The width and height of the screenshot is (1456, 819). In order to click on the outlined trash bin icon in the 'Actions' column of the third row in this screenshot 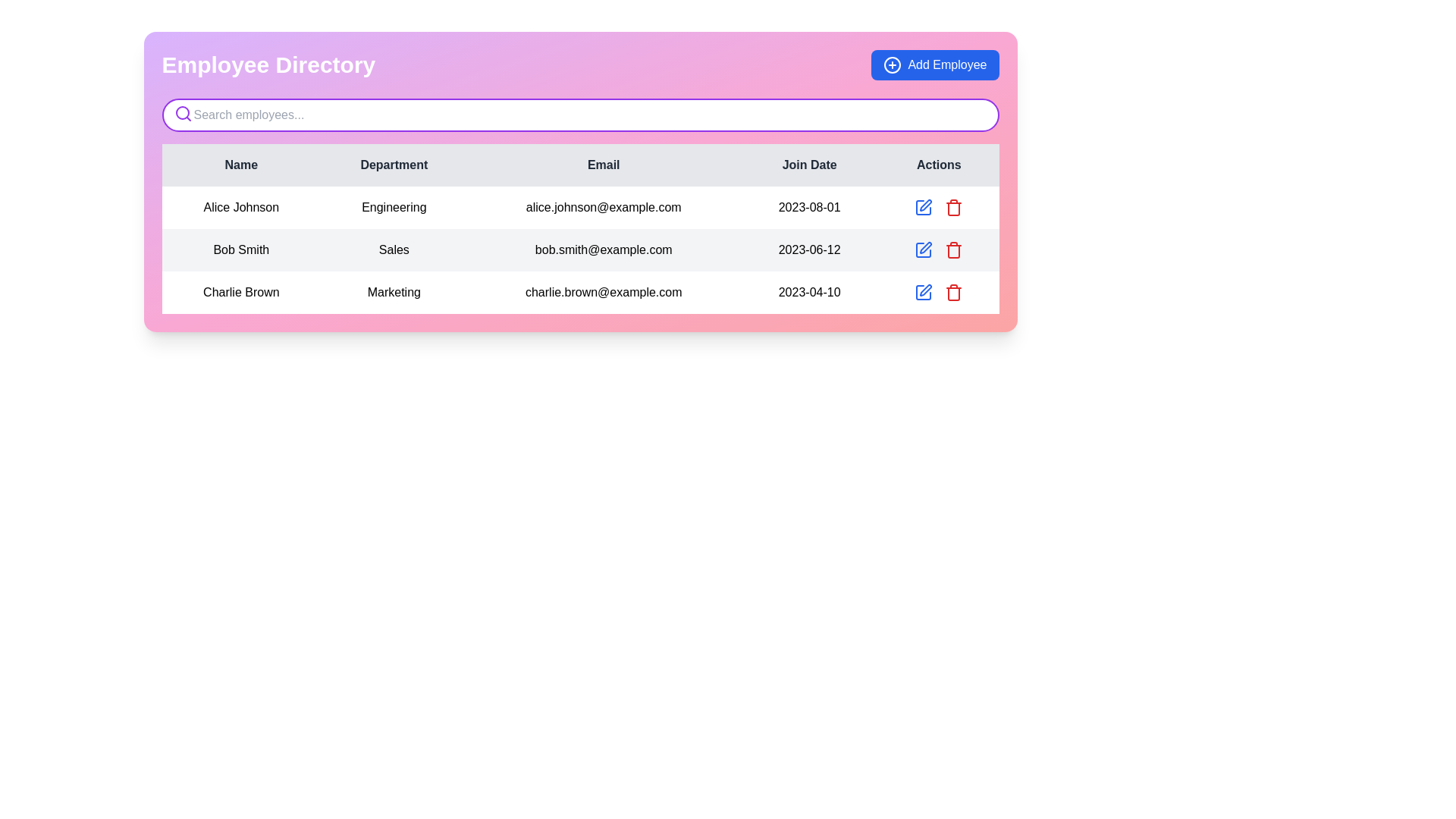, I will do `click(953, 250)`.